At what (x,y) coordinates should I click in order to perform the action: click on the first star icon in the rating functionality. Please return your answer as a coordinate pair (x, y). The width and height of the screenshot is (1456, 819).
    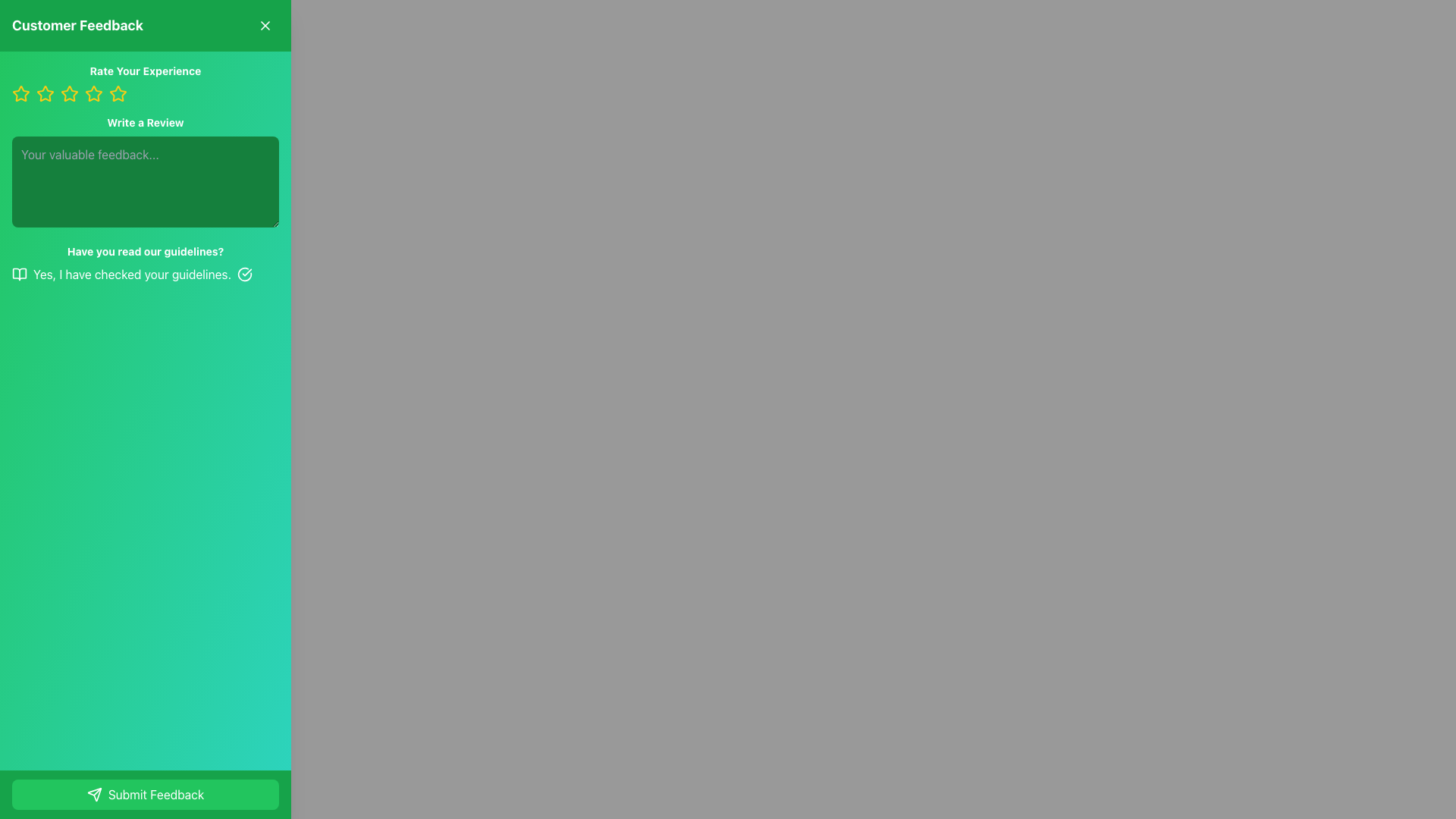
    Looking at the image, I should click on (21, 93).